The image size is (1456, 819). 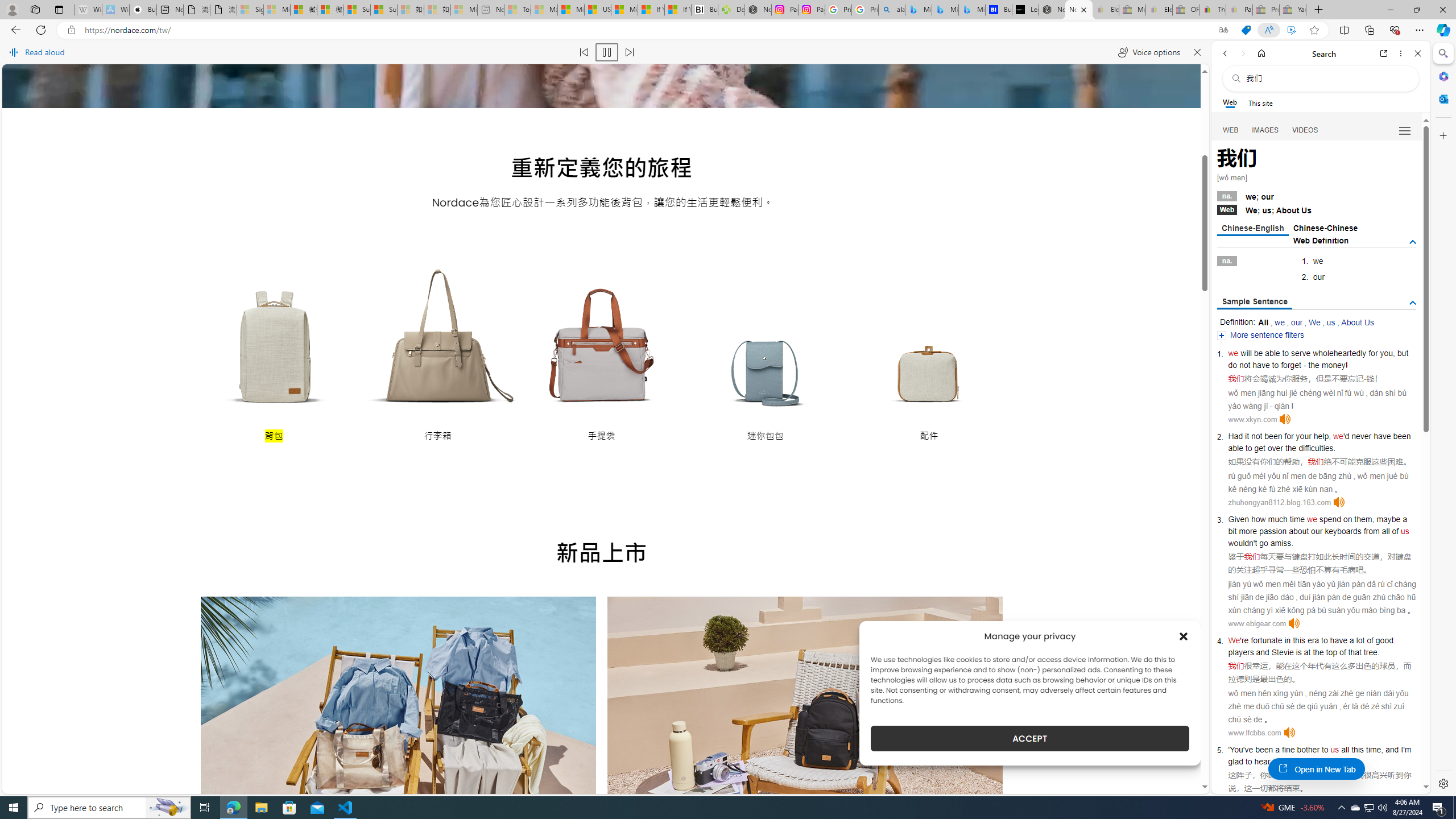 I want to click on 'all', so click(x=1345, y=749).